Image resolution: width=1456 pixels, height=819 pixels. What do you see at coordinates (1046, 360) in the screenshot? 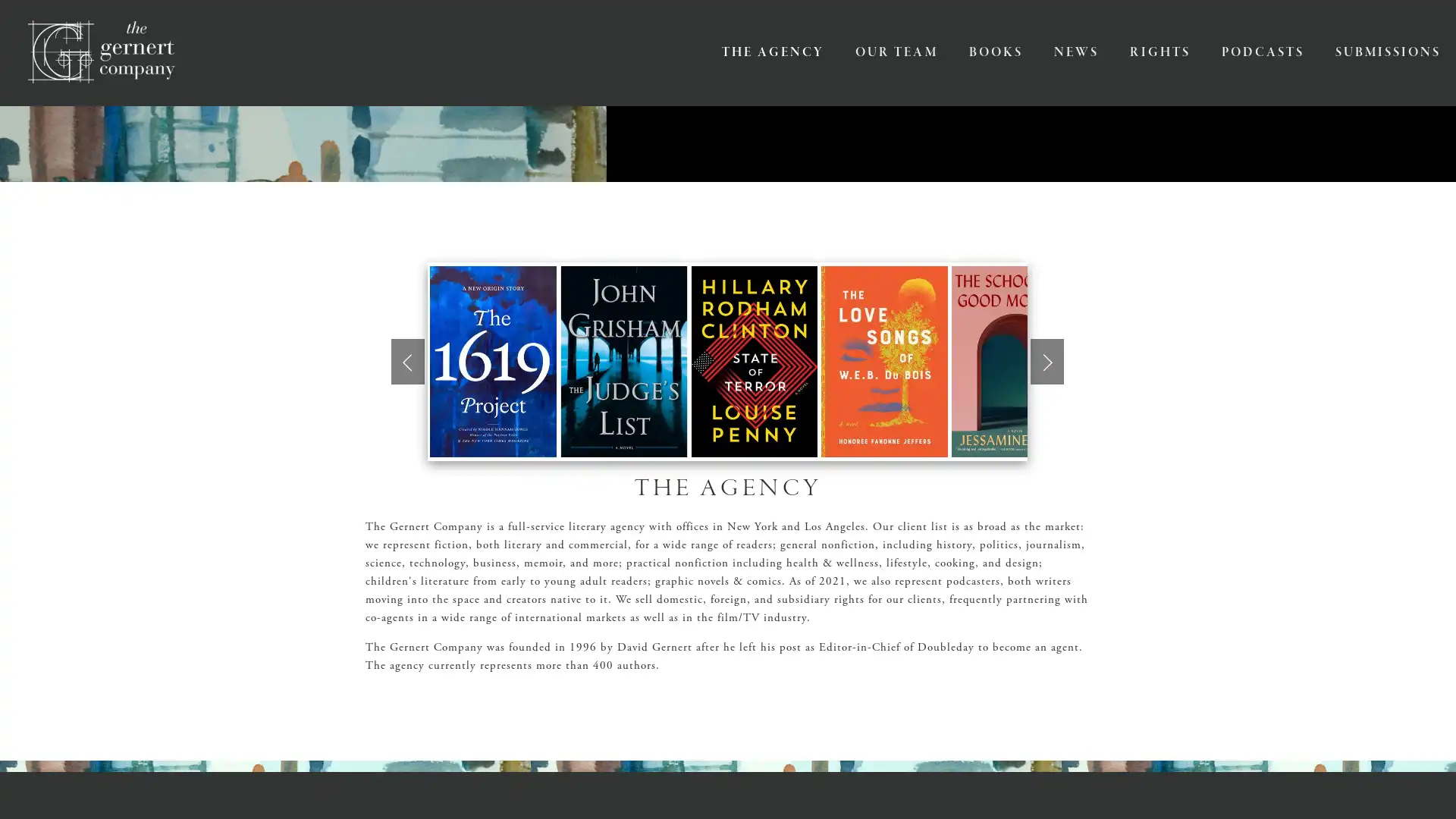
I see `Next Slide` at bounding box center [1046, 360].